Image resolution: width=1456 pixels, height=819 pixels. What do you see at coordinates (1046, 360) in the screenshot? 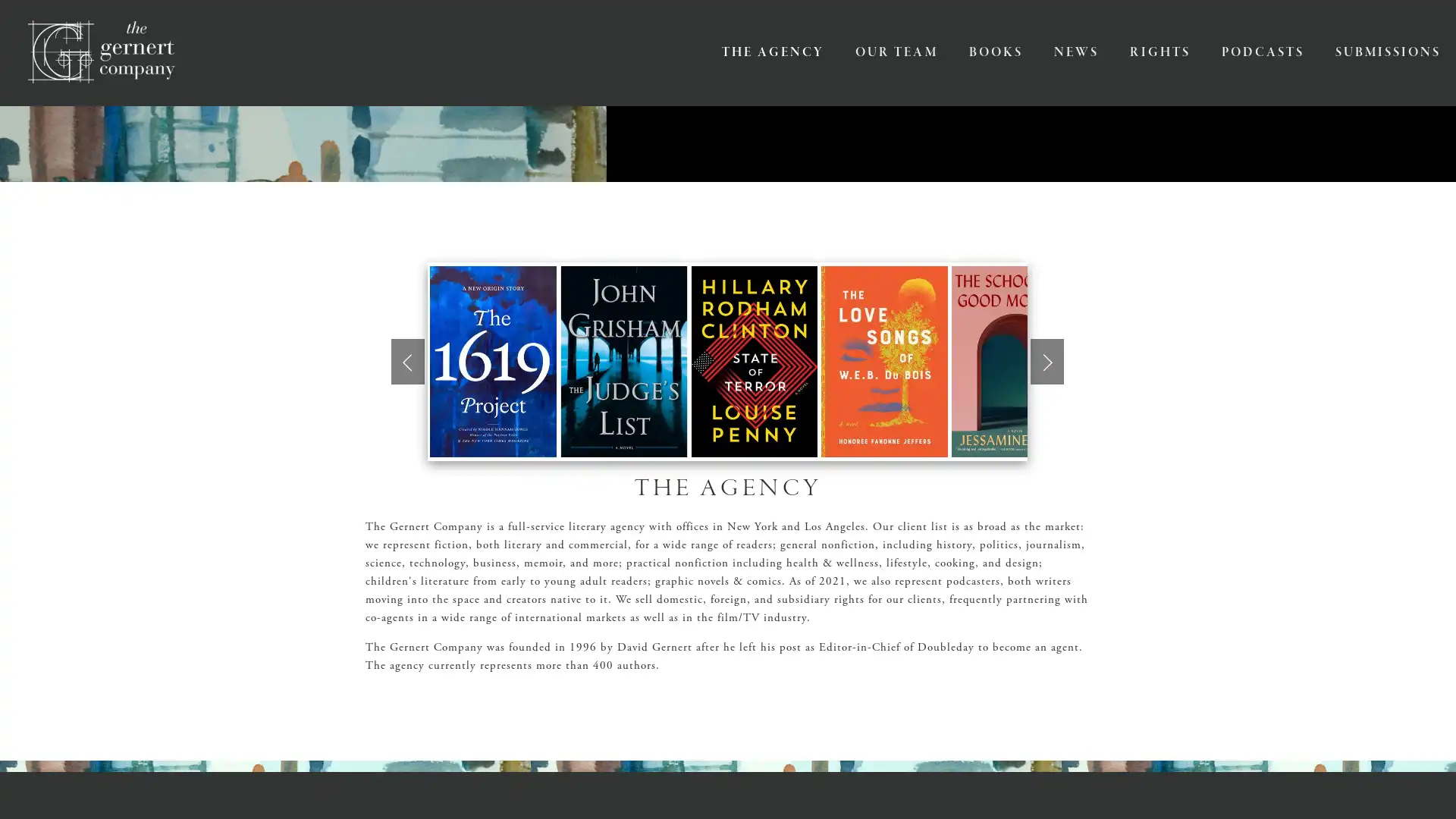
I see `Next Slide` at bounding box center [1046, 360].